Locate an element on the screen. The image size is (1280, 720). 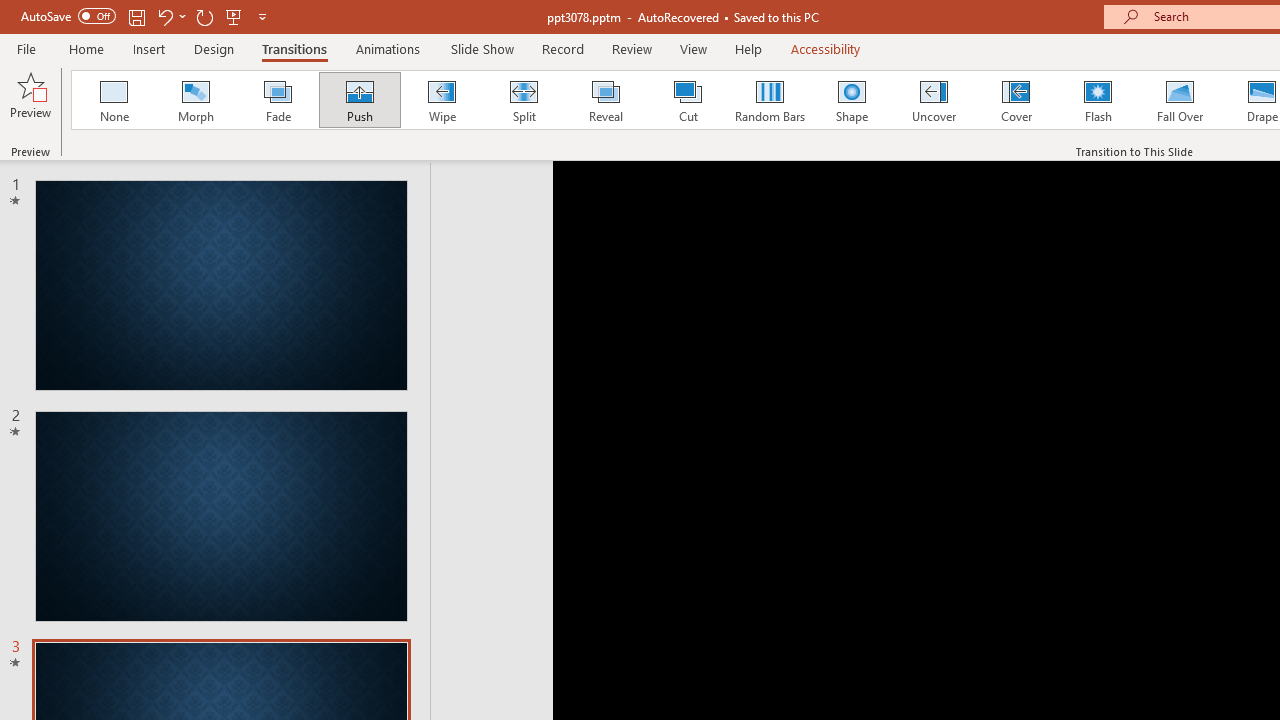
'Wipe' is located at coordinates (440, 100).